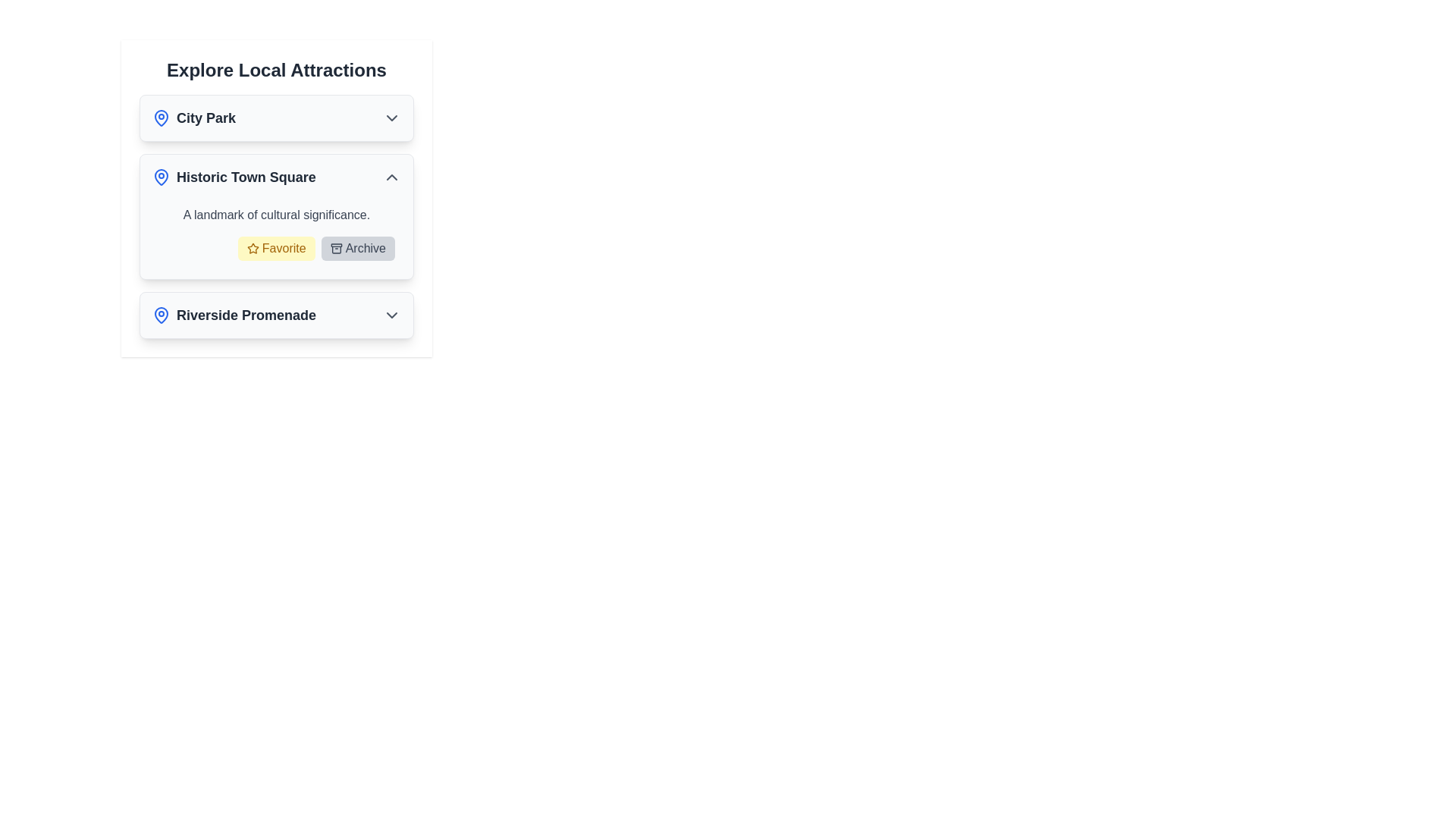  Describe the element at coordinates (276, 315) in the screenshot. I see `the selectable item in the list that represents 'Riverside Promenade' located under 'Explore Local Attractions'` at that location.